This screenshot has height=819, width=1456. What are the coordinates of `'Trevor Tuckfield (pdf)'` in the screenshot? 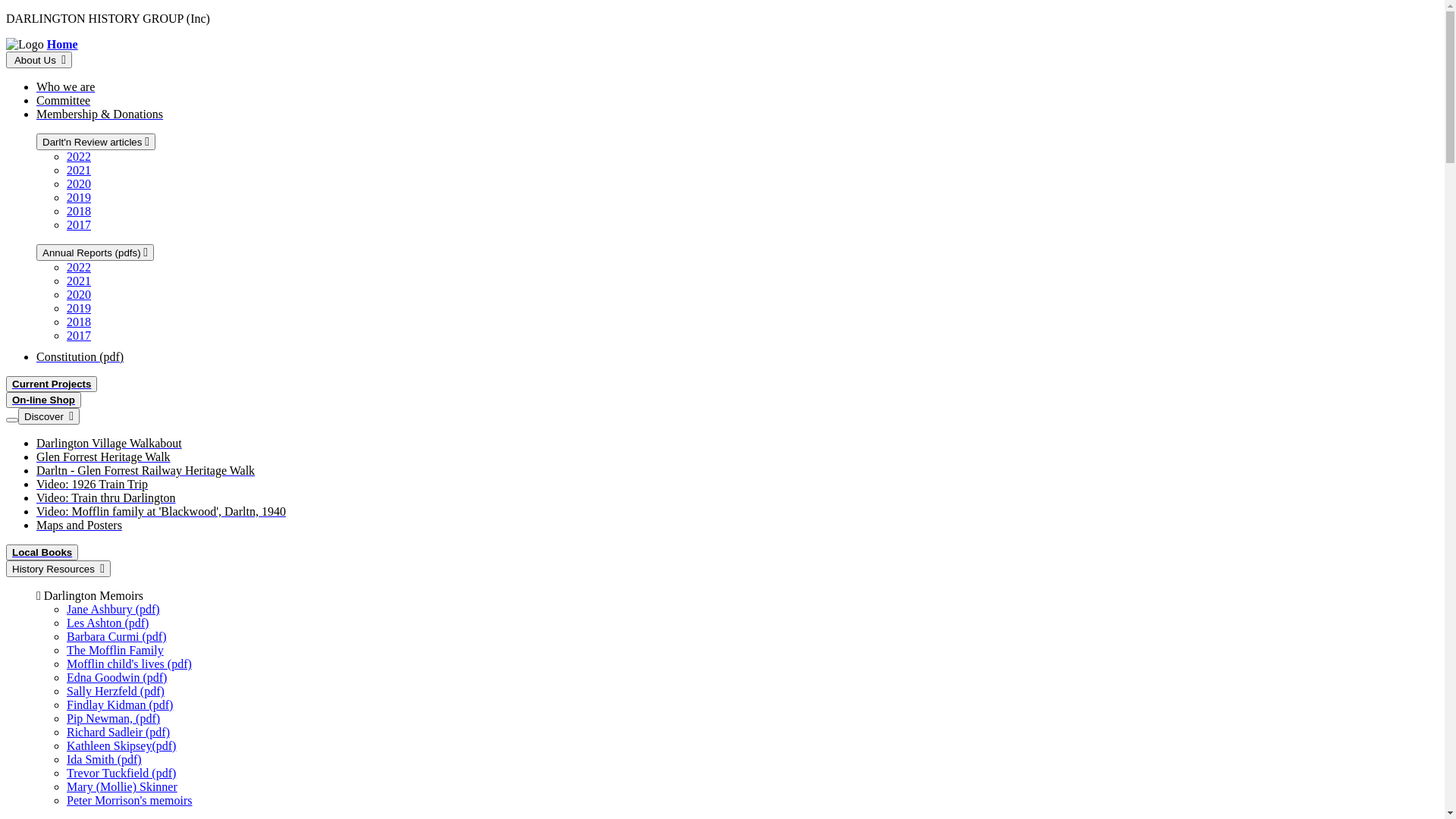 It's located at (120, 773).